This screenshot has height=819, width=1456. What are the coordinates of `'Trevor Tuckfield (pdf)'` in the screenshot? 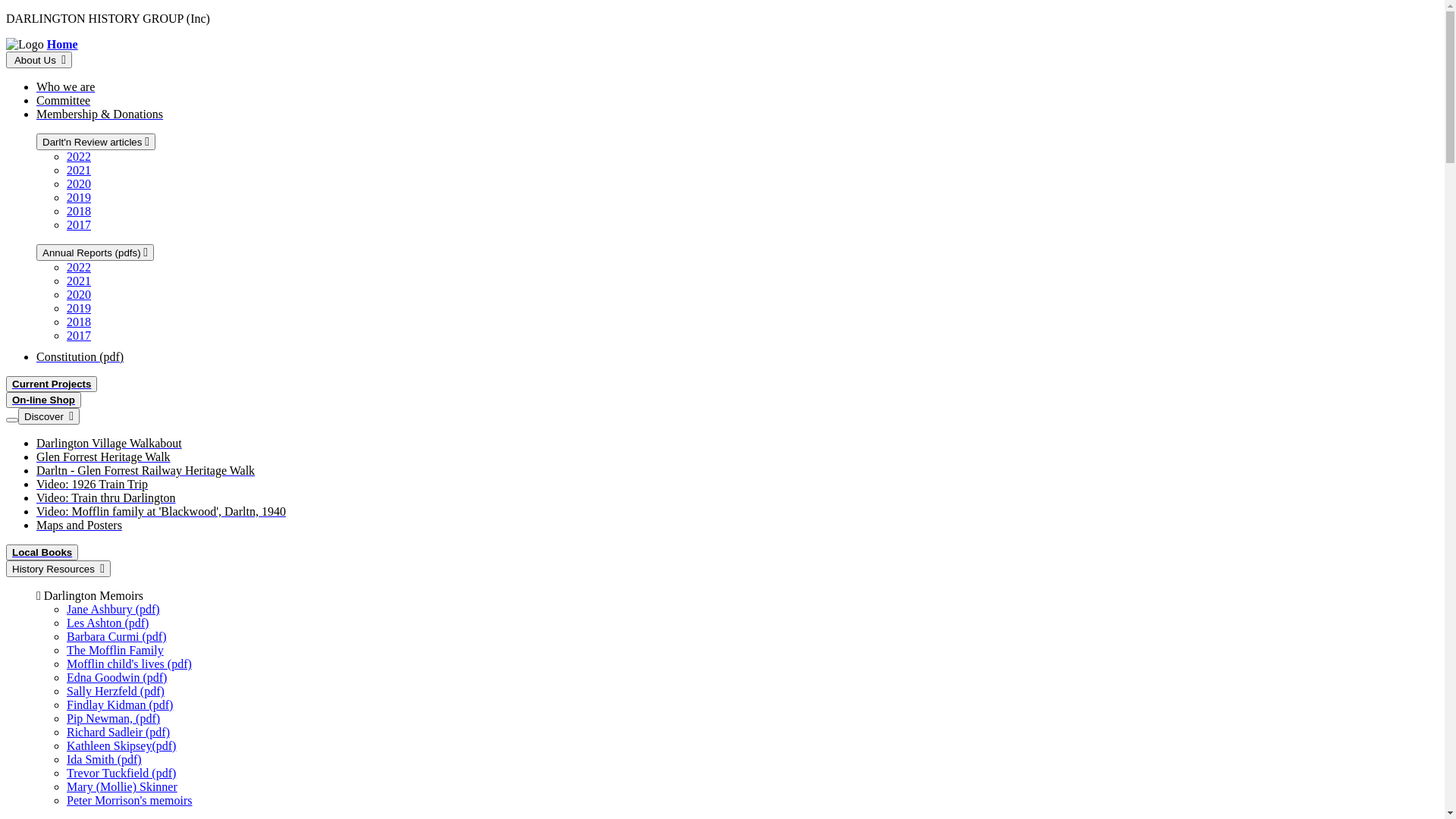 It's located at (120, 773).